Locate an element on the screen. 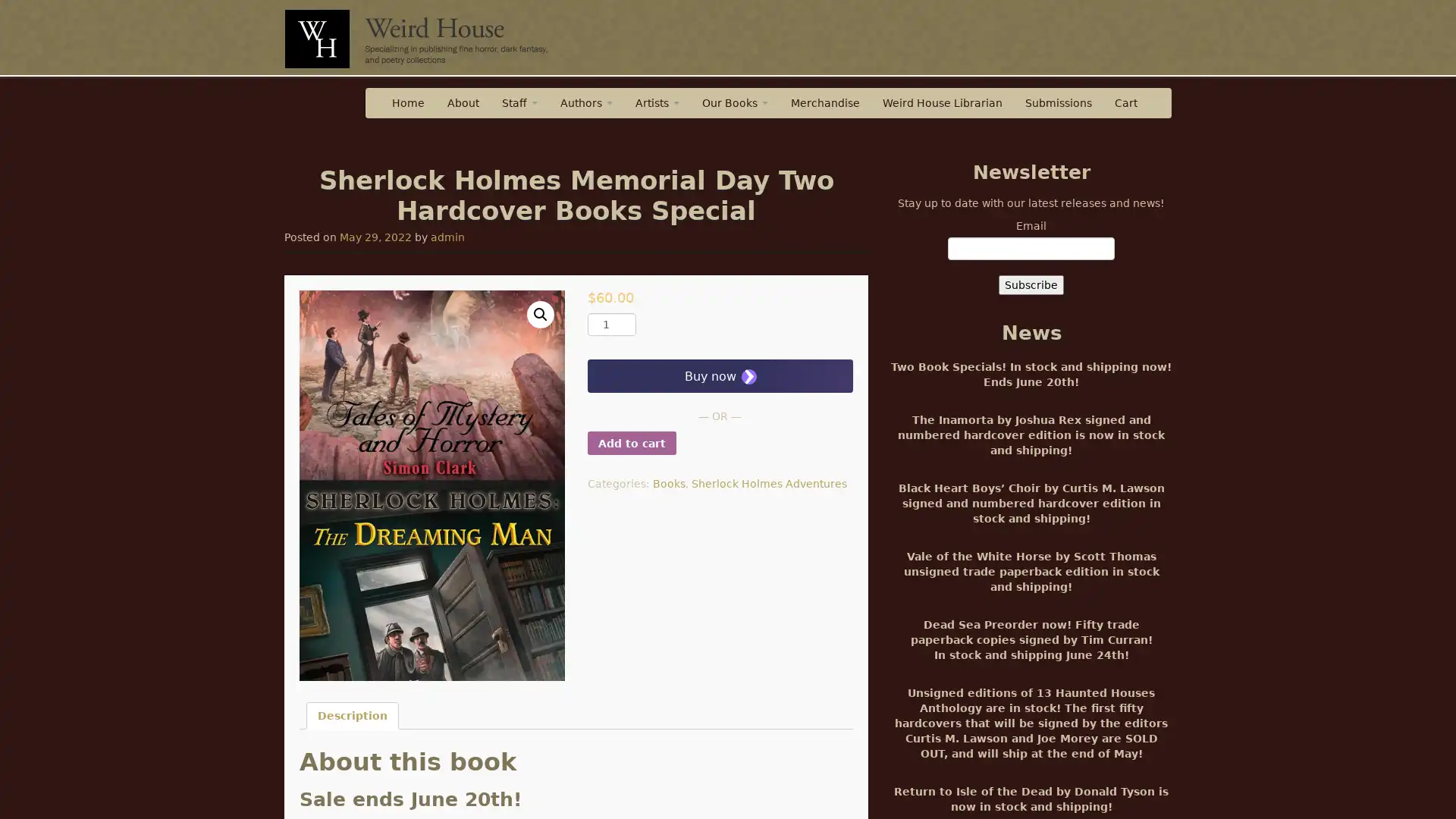 The height and width of the screenshot is (819, 1456). Subscribe is located at coordinates (1031, 284).